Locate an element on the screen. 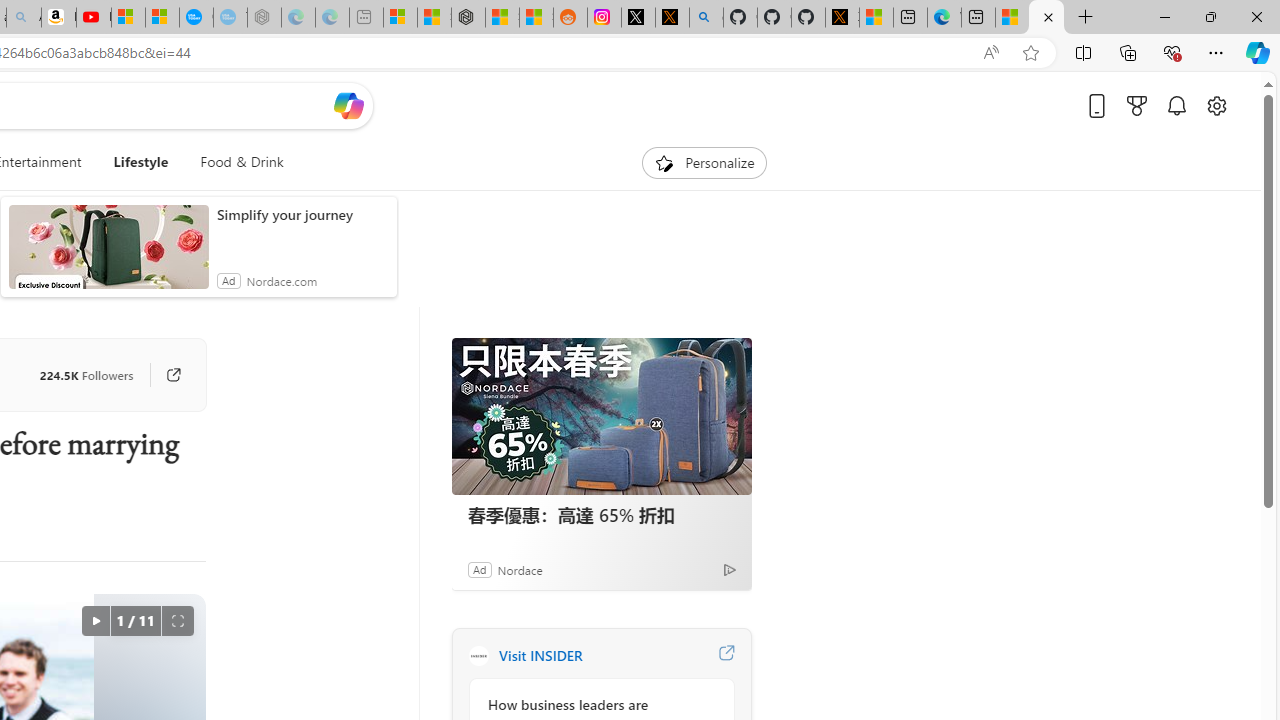 This screenshot has width=1280, height=720. 'INSIDER' is located at coordinates (477, 655).